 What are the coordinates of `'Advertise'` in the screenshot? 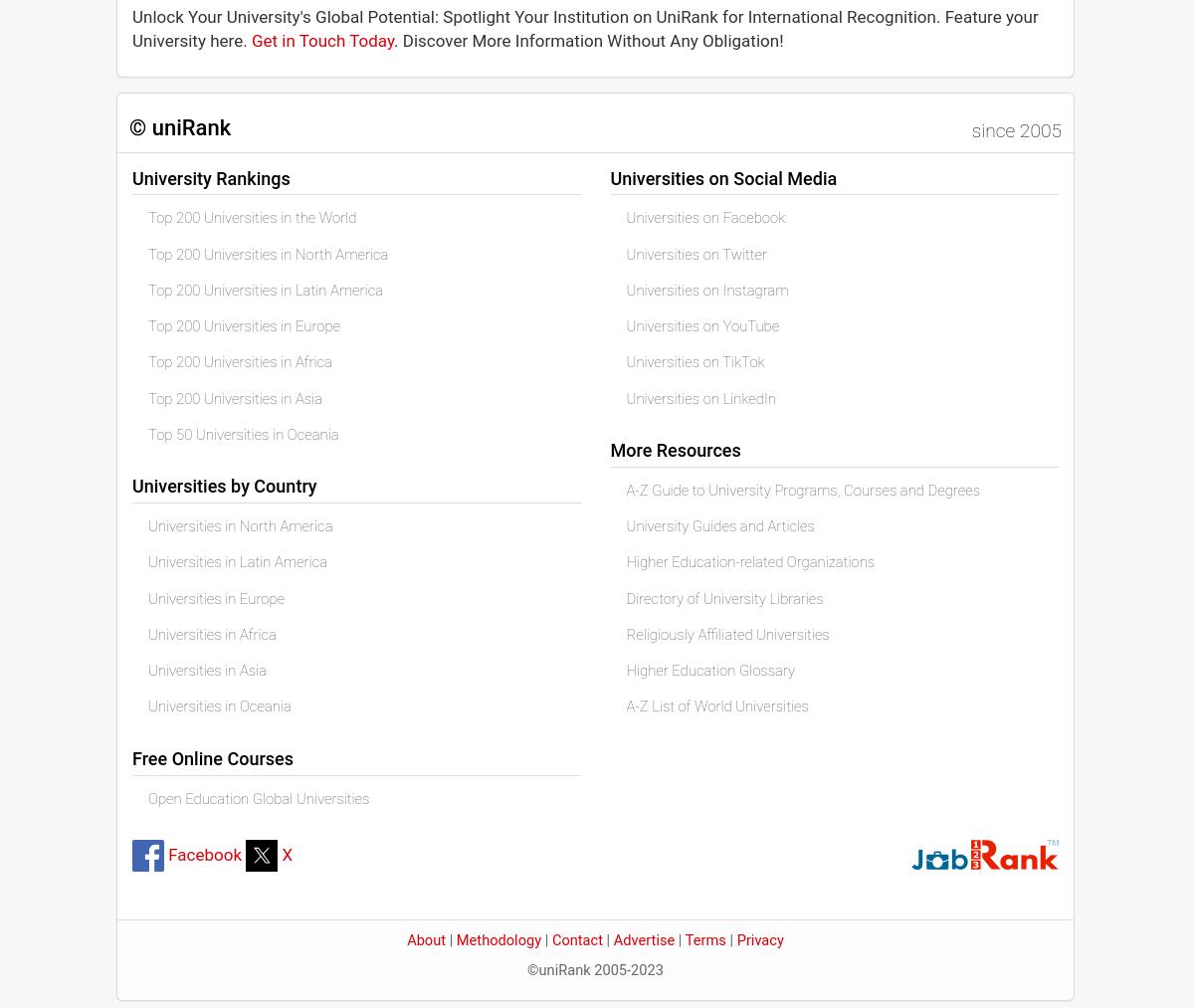 It's located at (644, 940).